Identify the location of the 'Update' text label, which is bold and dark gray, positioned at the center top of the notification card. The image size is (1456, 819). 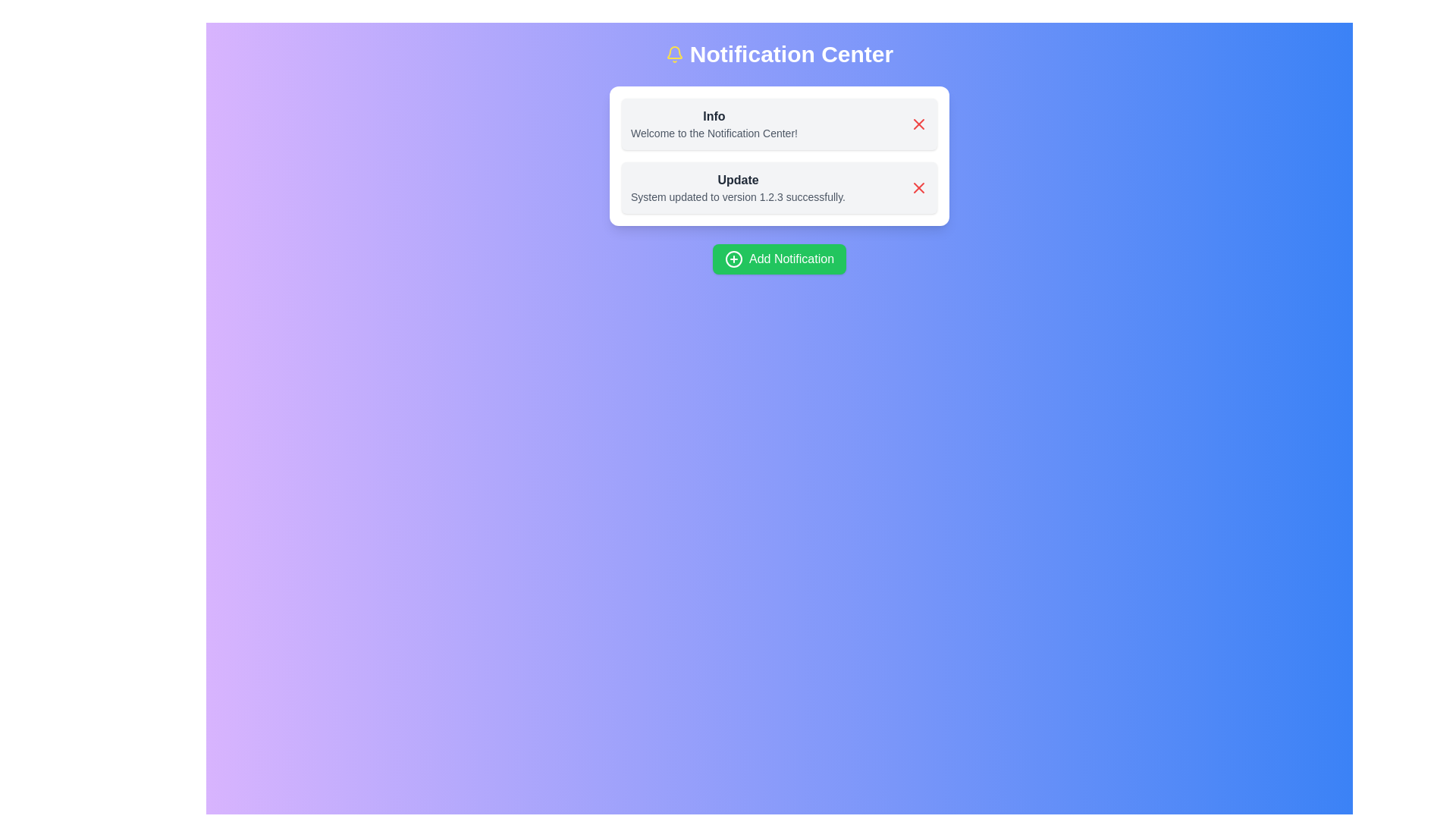
(738, 180).